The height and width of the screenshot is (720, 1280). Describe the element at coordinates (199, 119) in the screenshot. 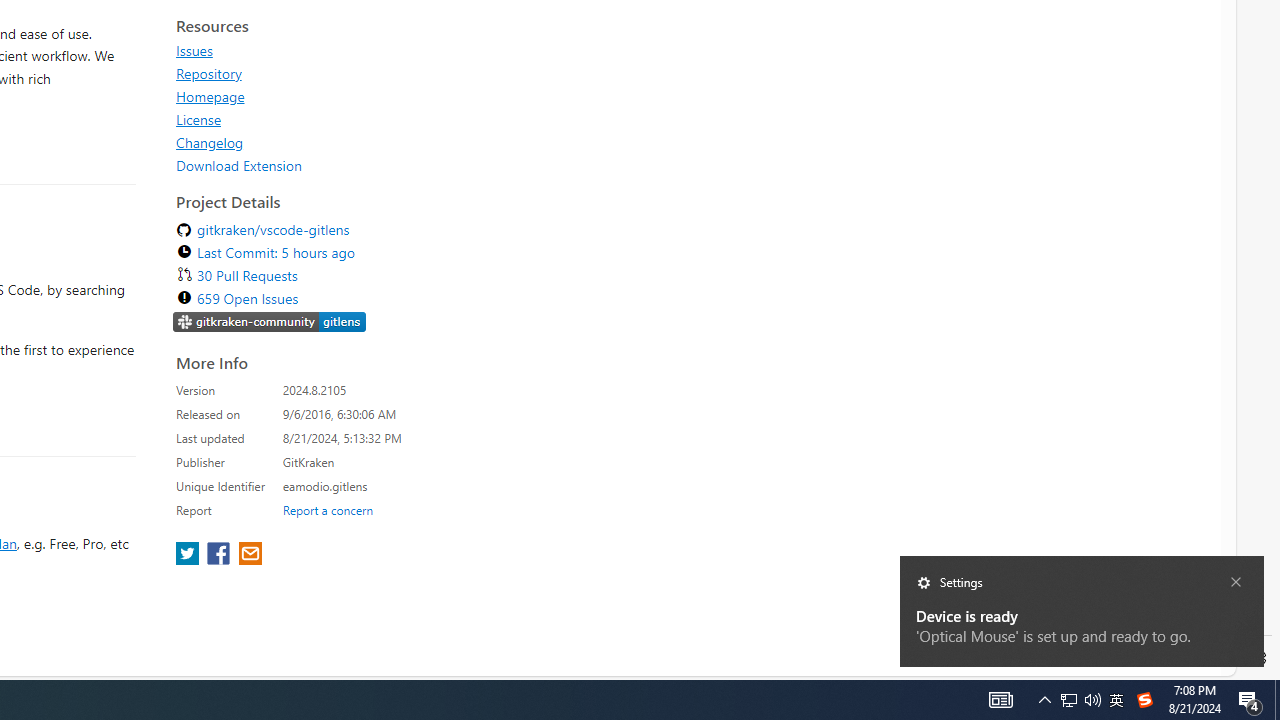

I see `'License'` at that location.